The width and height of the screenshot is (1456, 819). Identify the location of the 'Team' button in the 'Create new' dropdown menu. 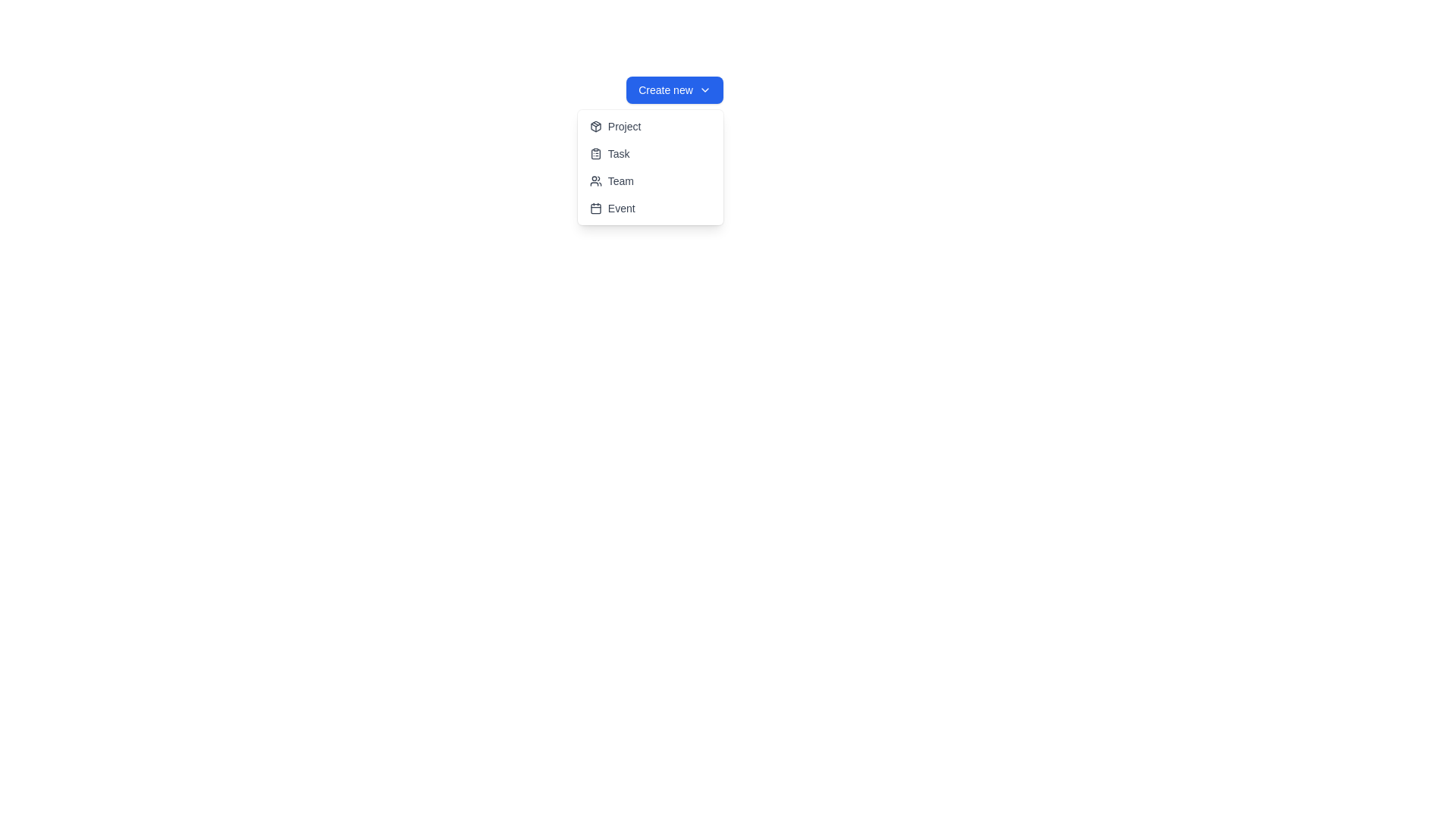
(650, 180).